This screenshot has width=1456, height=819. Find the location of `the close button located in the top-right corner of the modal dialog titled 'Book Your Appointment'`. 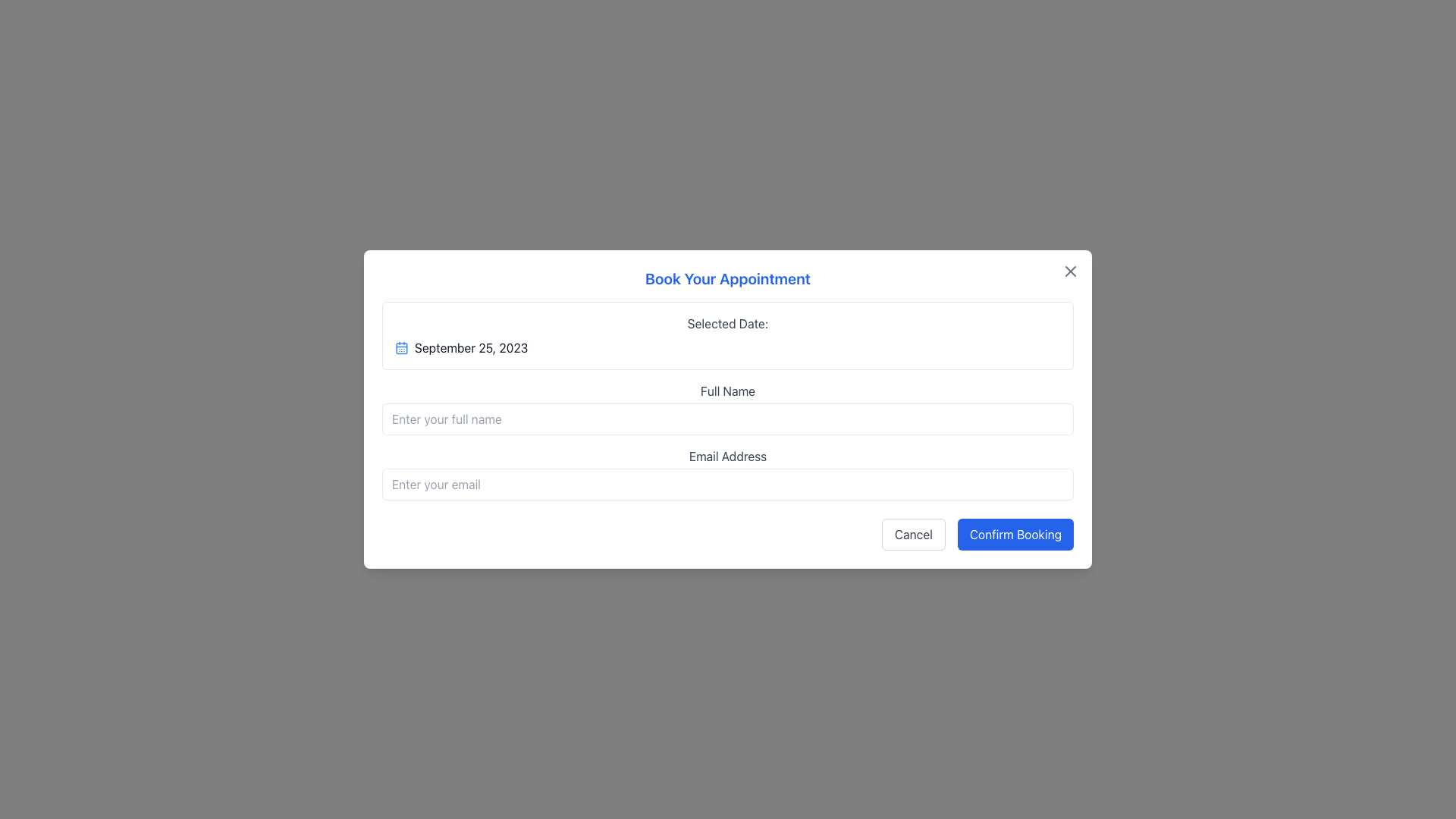

the close button located in the top-right corner of the modal dialog titled 'Book Your Appointment' is located at coordinates (1069, 271).